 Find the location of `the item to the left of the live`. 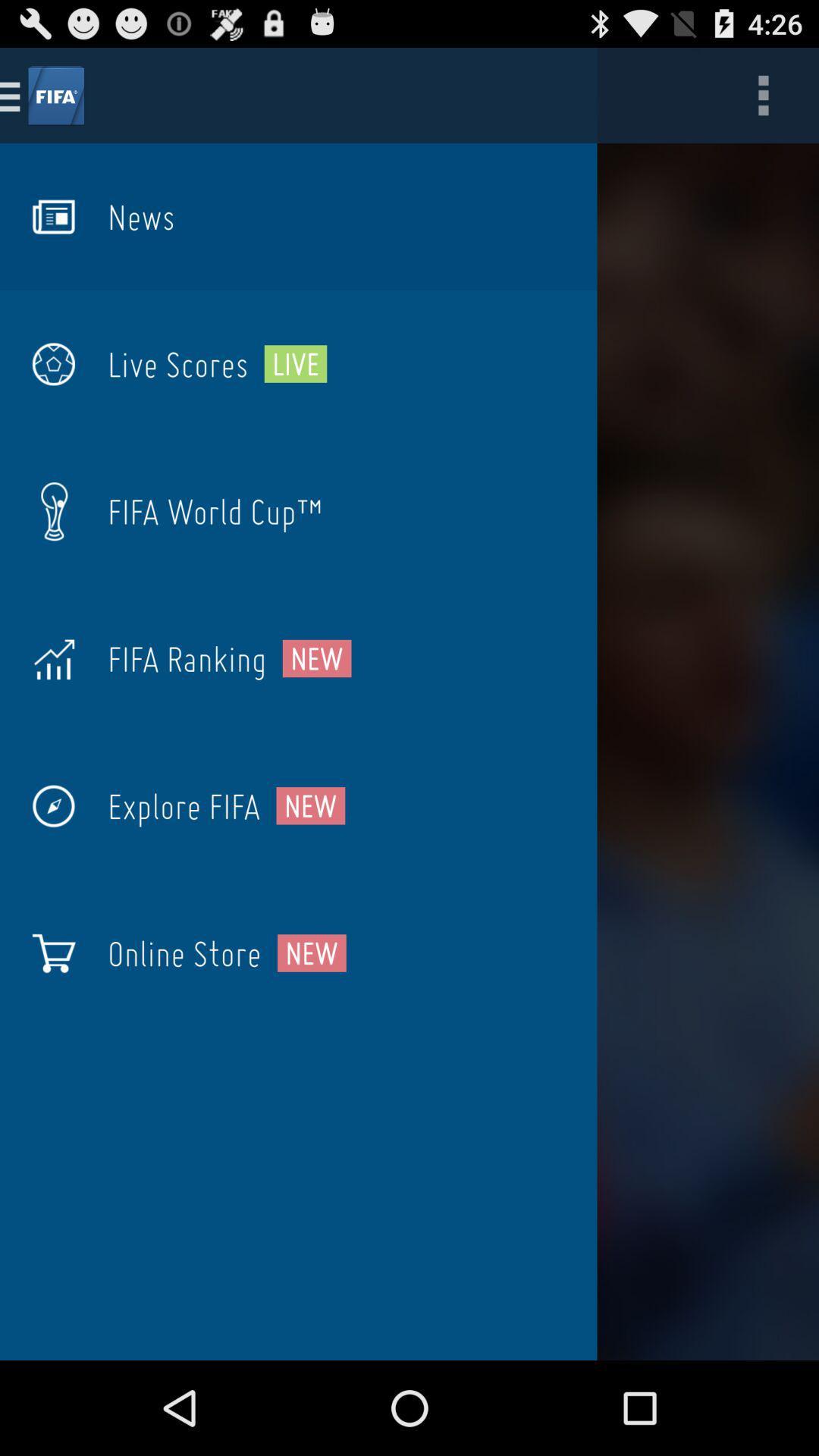

the item to the left of the live is located at coordinates (177, 364).